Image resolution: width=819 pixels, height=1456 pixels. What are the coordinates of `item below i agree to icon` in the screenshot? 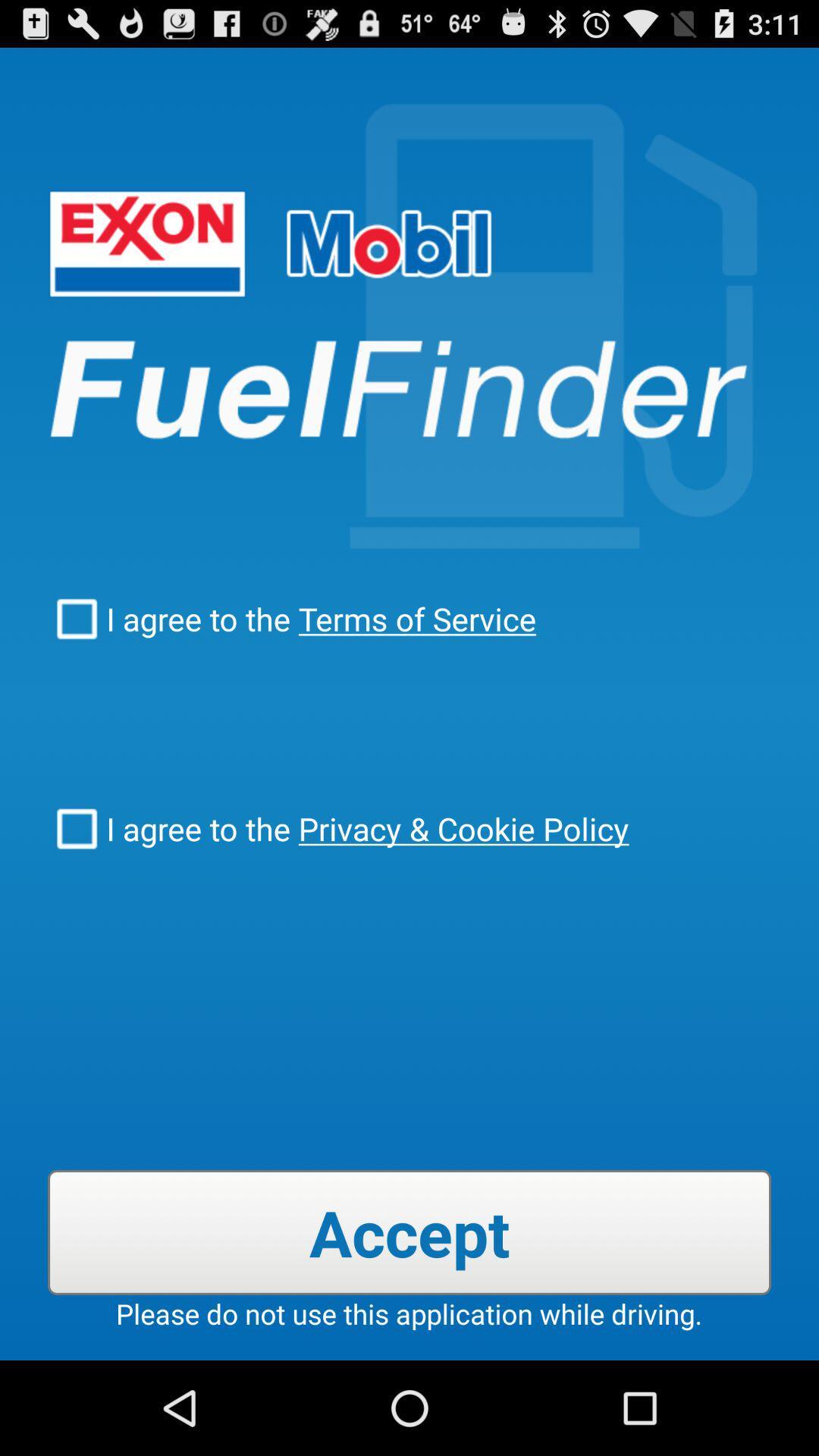 It's located at (409, 1232).